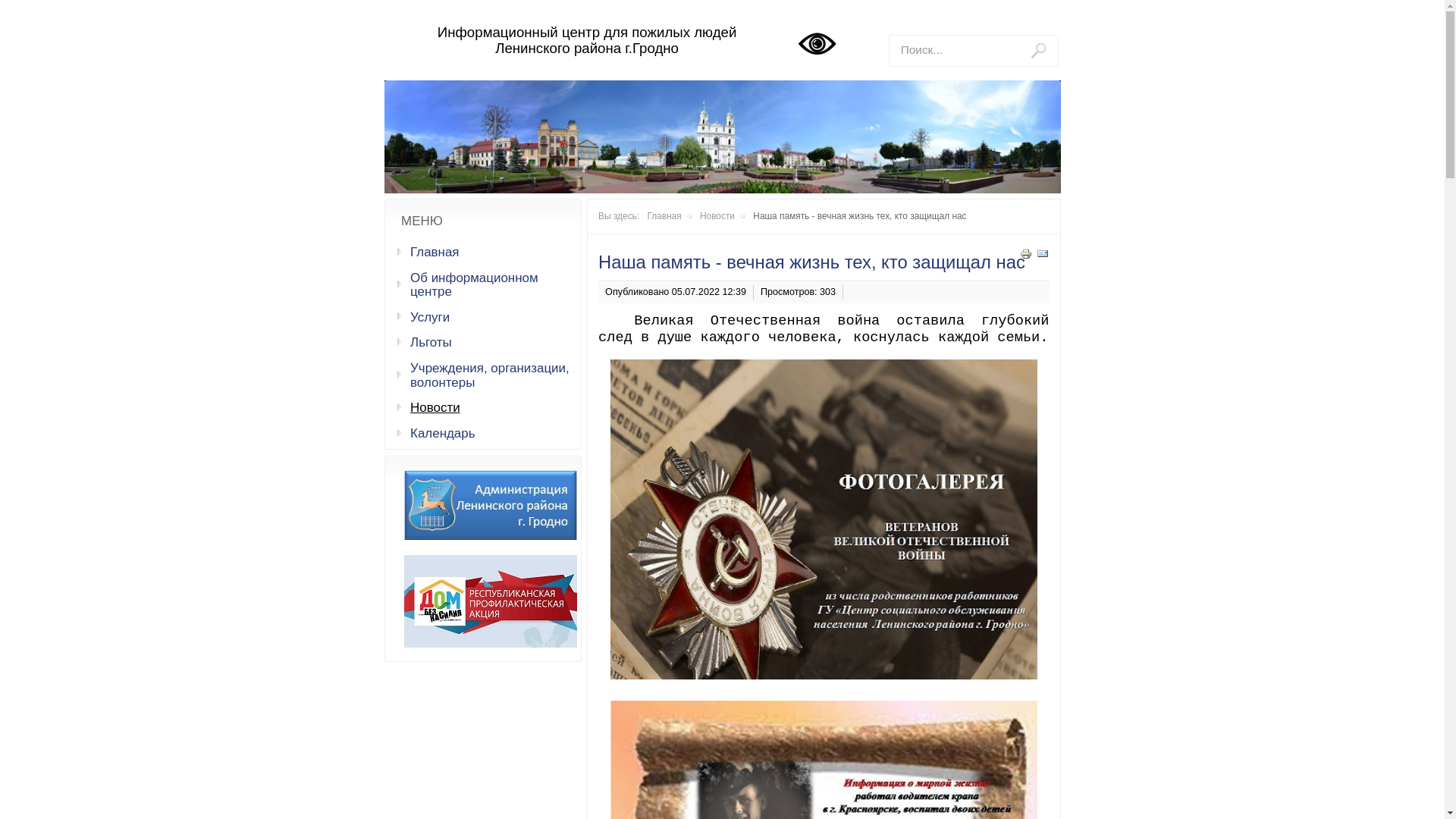  Describe the element at coordinates (1040, 256) in the screenshot. I see `'E-mail'` at that location.